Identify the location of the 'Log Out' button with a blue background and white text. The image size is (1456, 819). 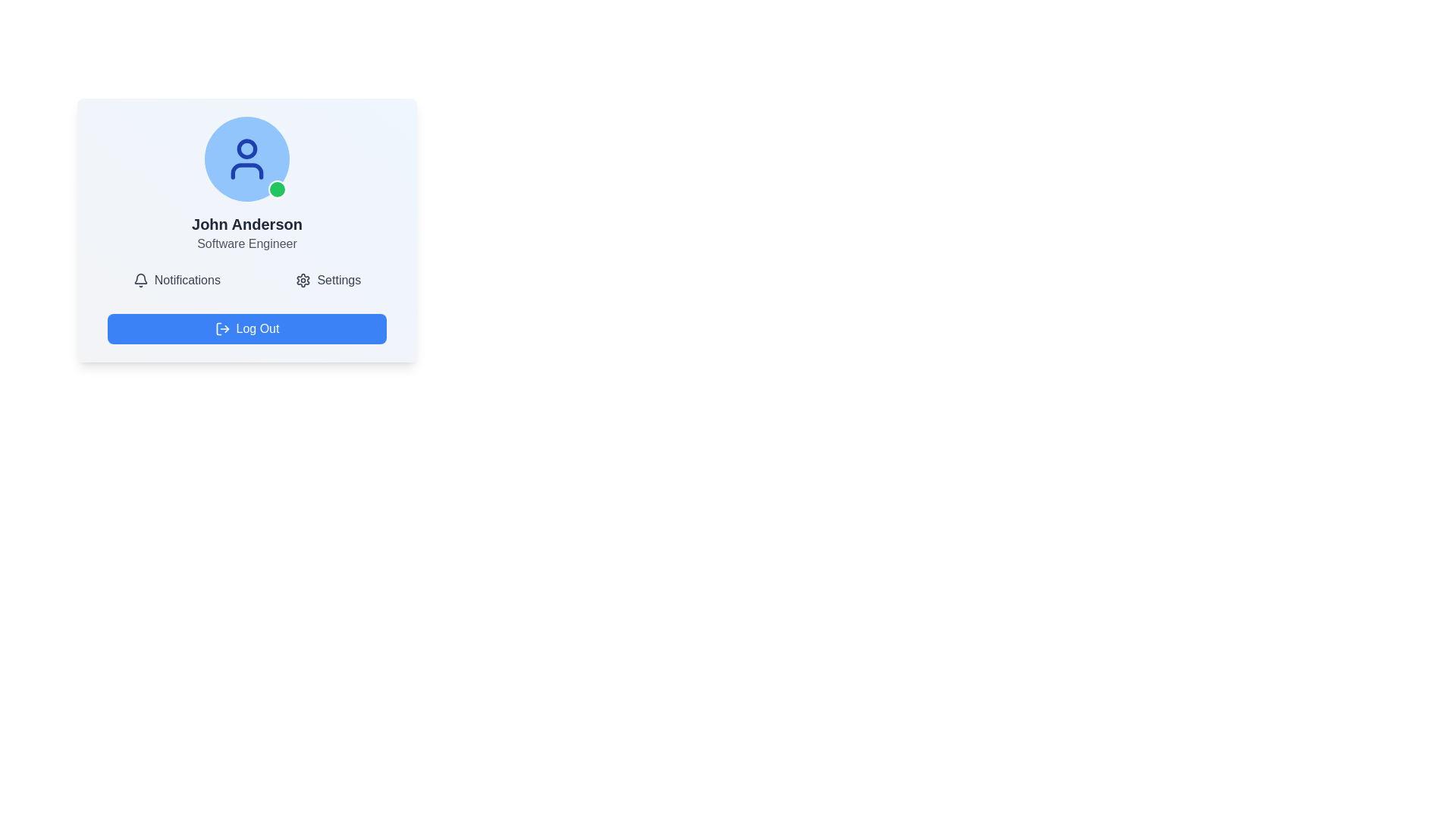
(247, 328).